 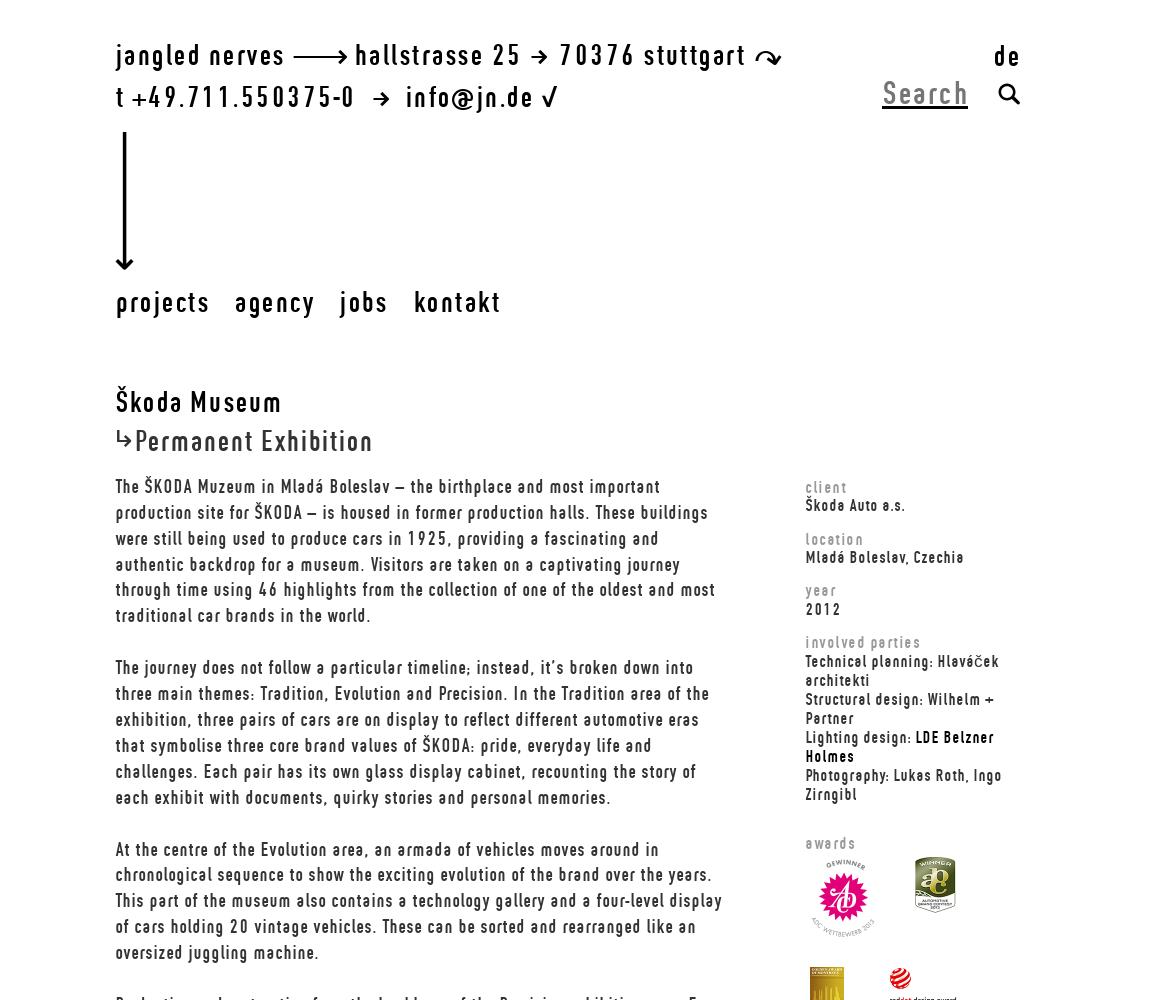 What do you see at coordinates (899, 706) in the screenshot?
I see `'Structural design: Wilhelm + Partner'` at bounding box center [899, 706].